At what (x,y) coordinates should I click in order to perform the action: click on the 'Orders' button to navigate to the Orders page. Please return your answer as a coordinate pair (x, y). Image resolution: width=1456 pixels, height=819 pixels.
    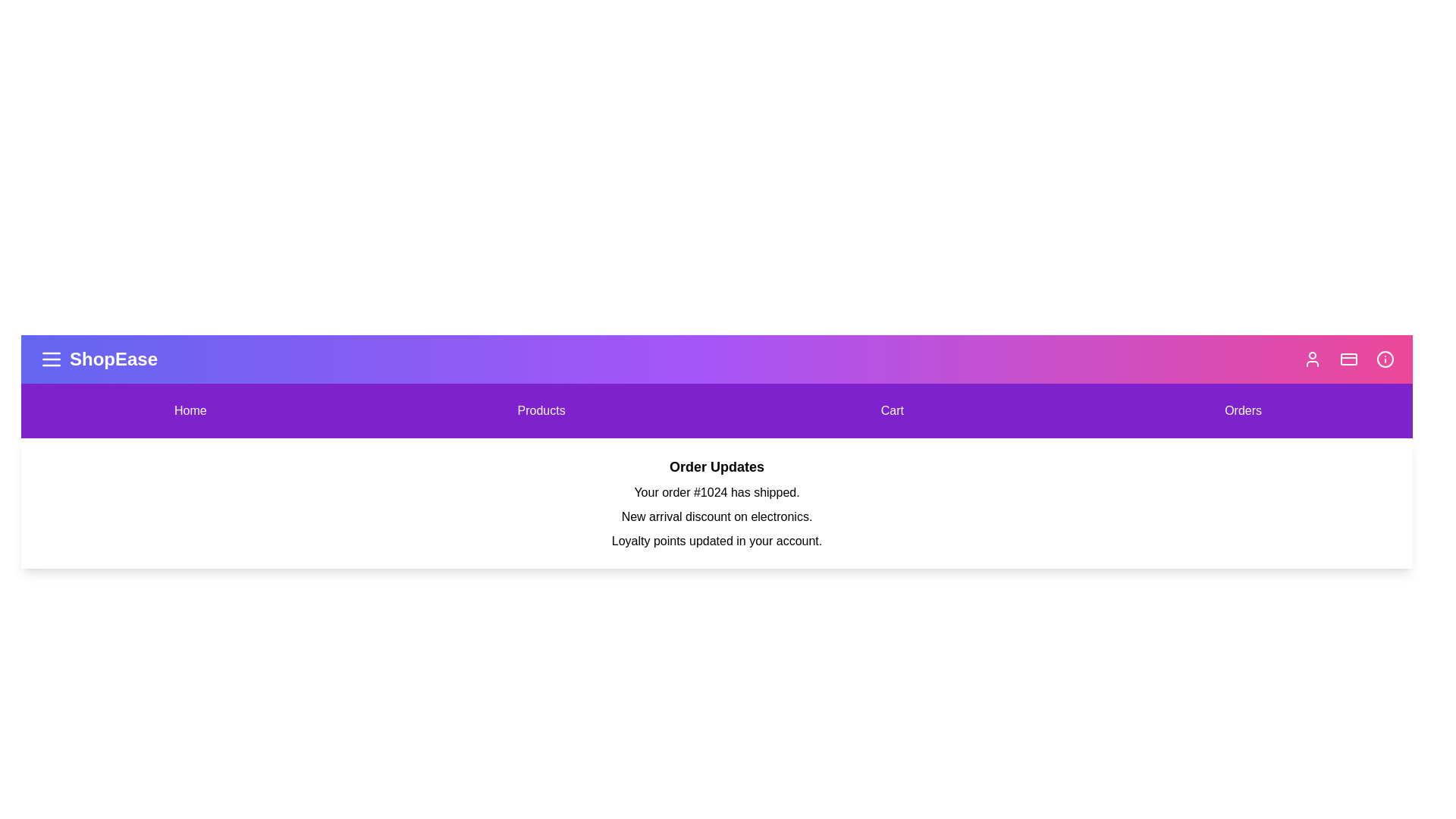
    Looking at the image, I should click on (1242, 411).